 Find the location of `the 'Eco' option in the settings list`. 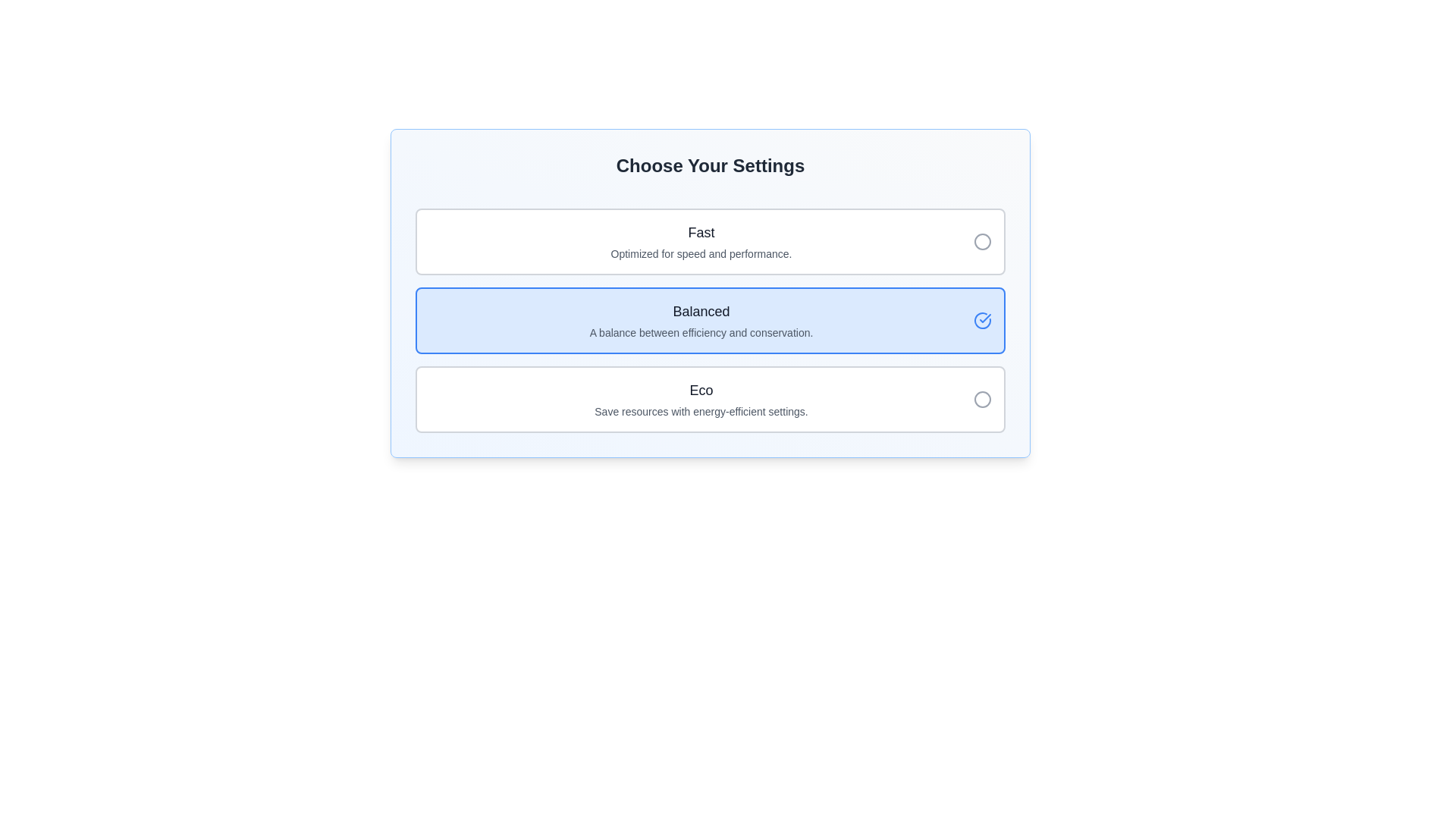

the 'Eco' option in the settings list is located at coordinates (709, 399).